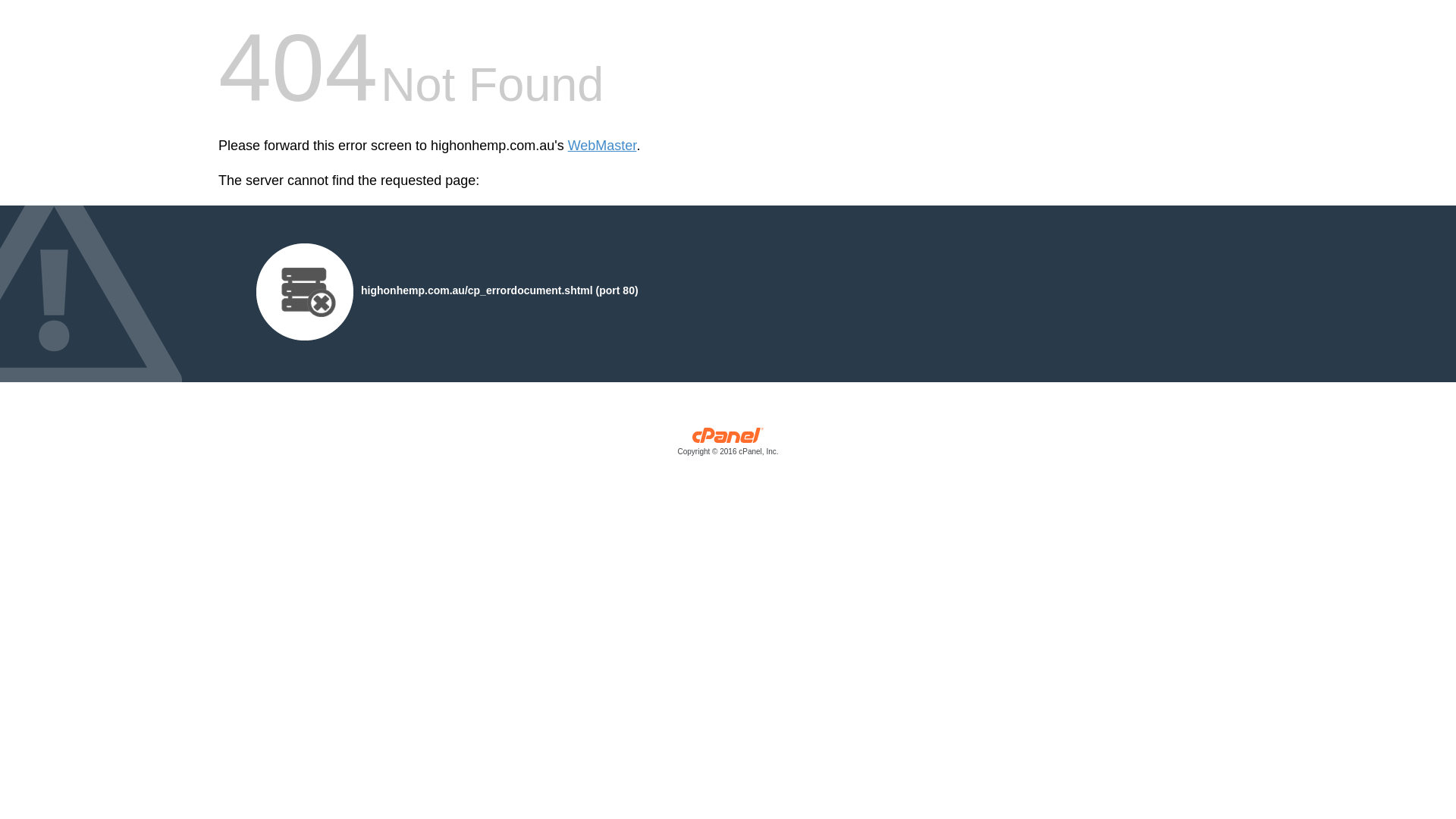 The width and height of the screenshot is (1456, 819). What do you see at coordinates (601, 146) in the screenshot?
I see `'WebMaster'` at bounding box center [601, 146].